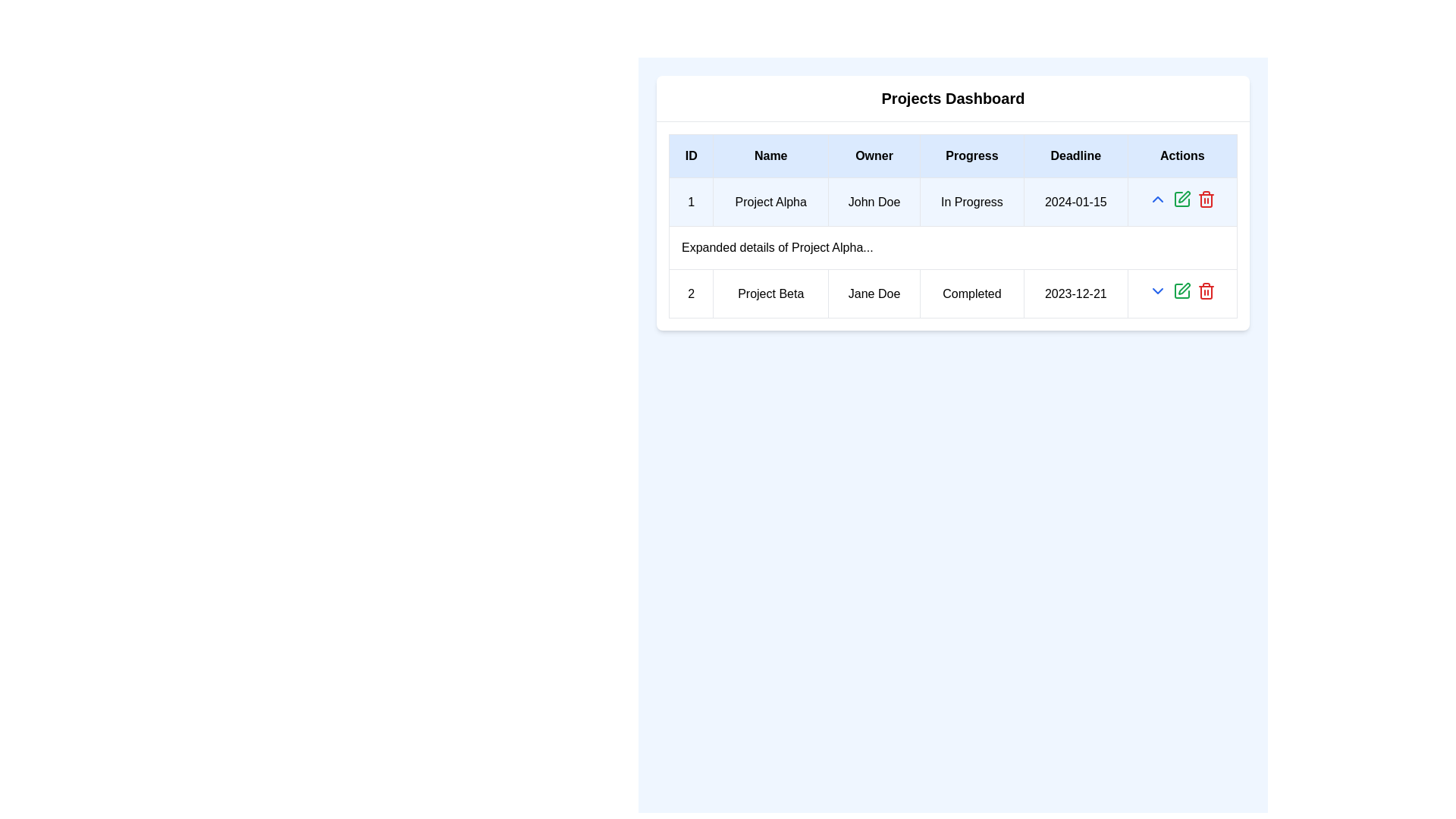  What do you see at coordinates (952, 99) in the screenshot?
I see `the text heading element located at the top center of the page, which serves as the title for the current section` at bounding box center [952, 99].